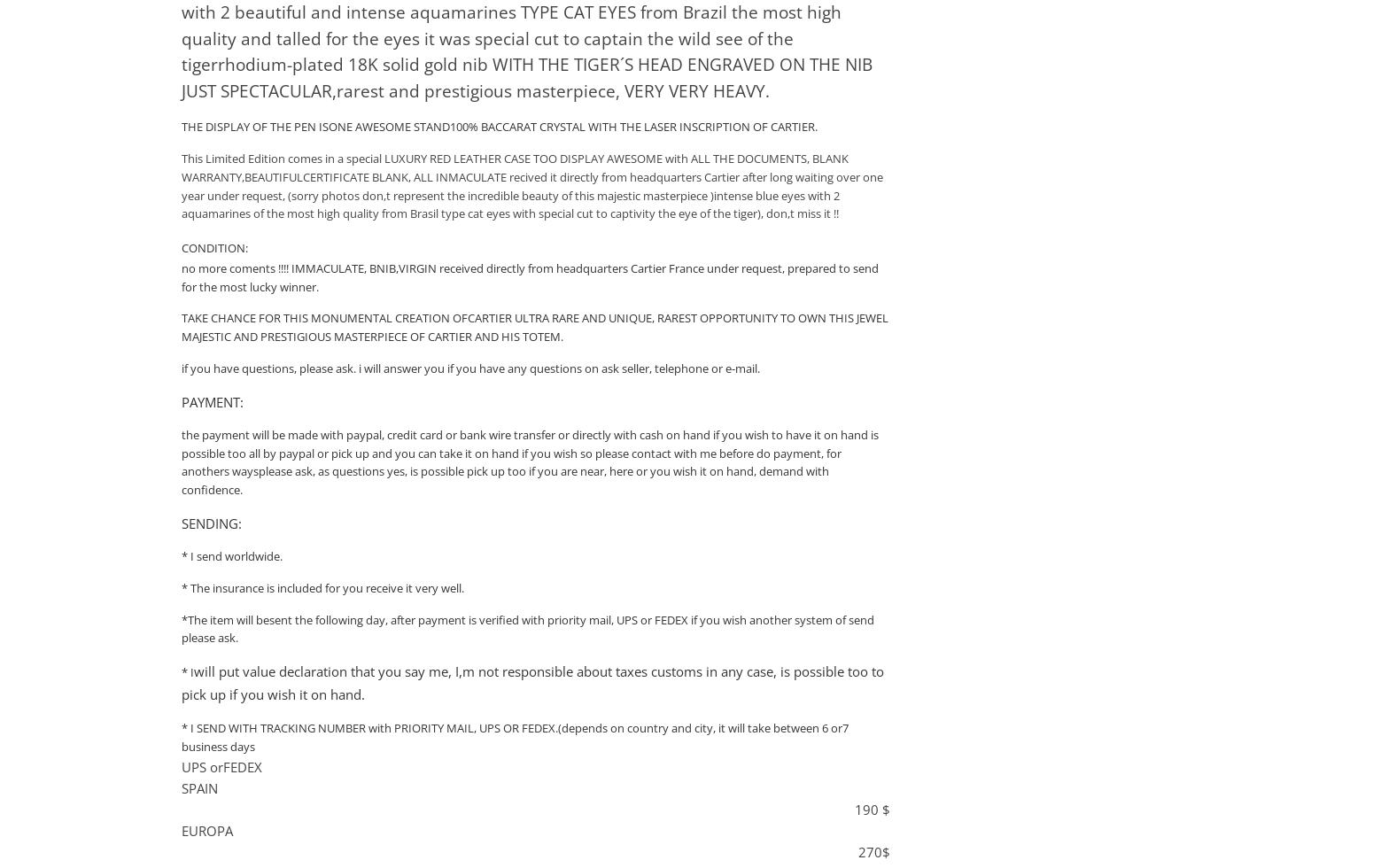 This screenshot has height=868, width=1373. Describe the element at coordinates (535, 327) in the screenshot. I see `'TAKE CHANCE FOR THIS MONUMENTAL CREATION OFCARTIER ULTRA RARE AND UNIQUE, RAREST OPPORTUNITY TO OWN THIS JEWEL MAJESTIC AND PRESTIGIOUS MASTERPIECE OF CARTIER AND HIS TOTEM.'` at that location.